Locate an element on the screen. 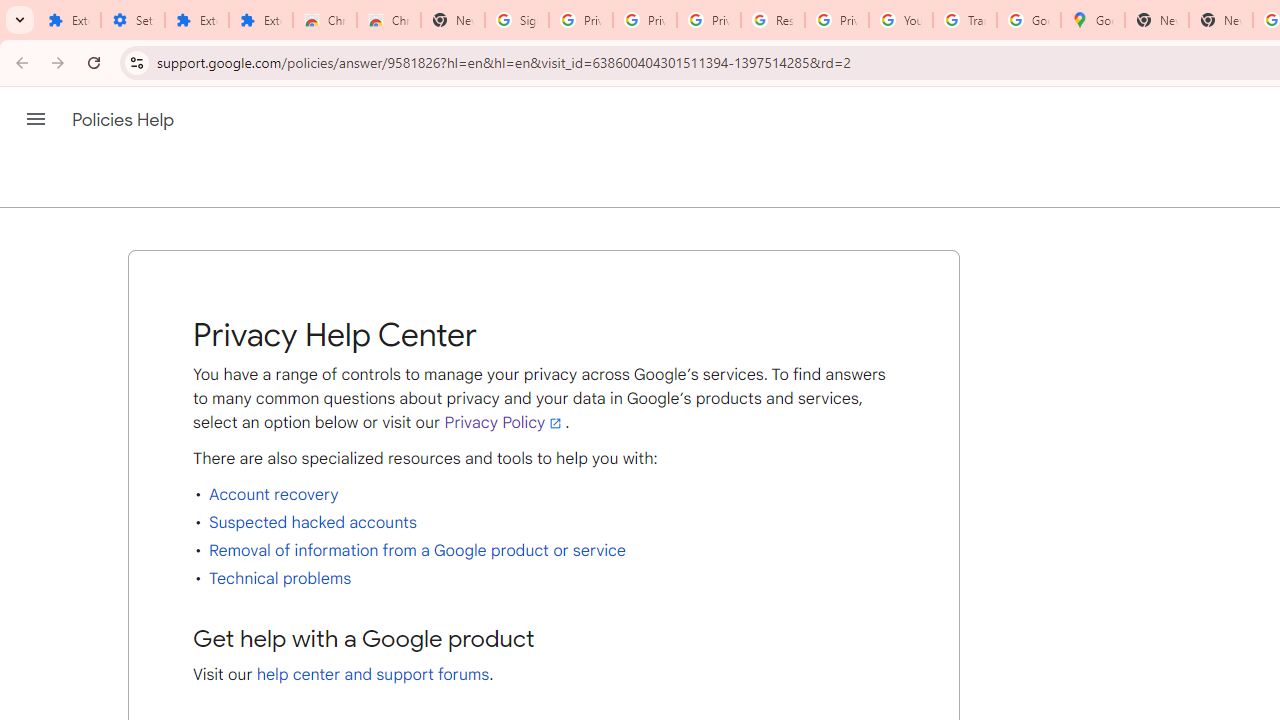  'Main menu' is located at coordinates (35, 119).